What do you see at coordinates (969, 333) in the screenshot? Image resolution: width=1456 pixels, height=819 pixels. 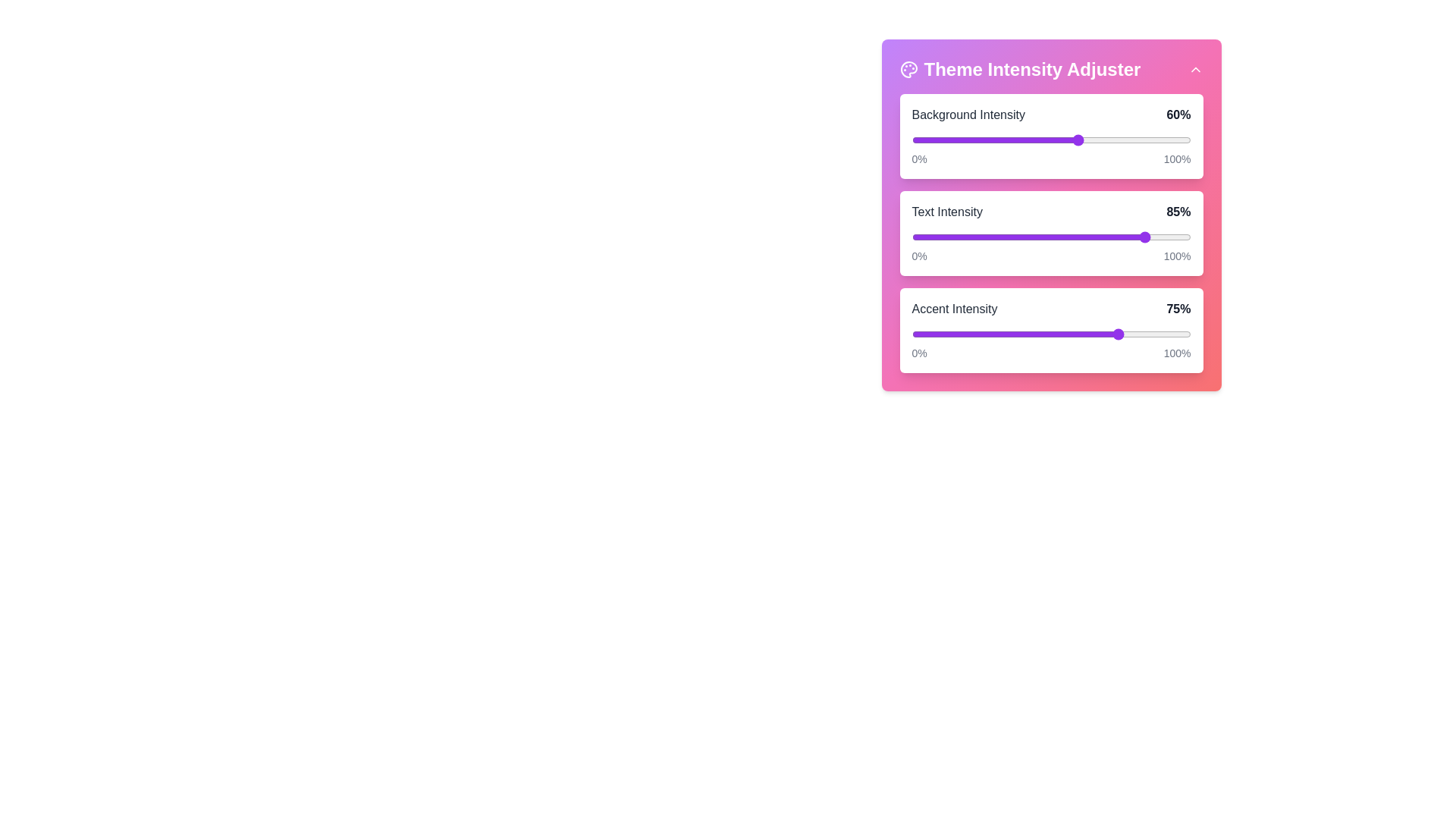 I see `the accent intensity` at bounding box center [969, 333].